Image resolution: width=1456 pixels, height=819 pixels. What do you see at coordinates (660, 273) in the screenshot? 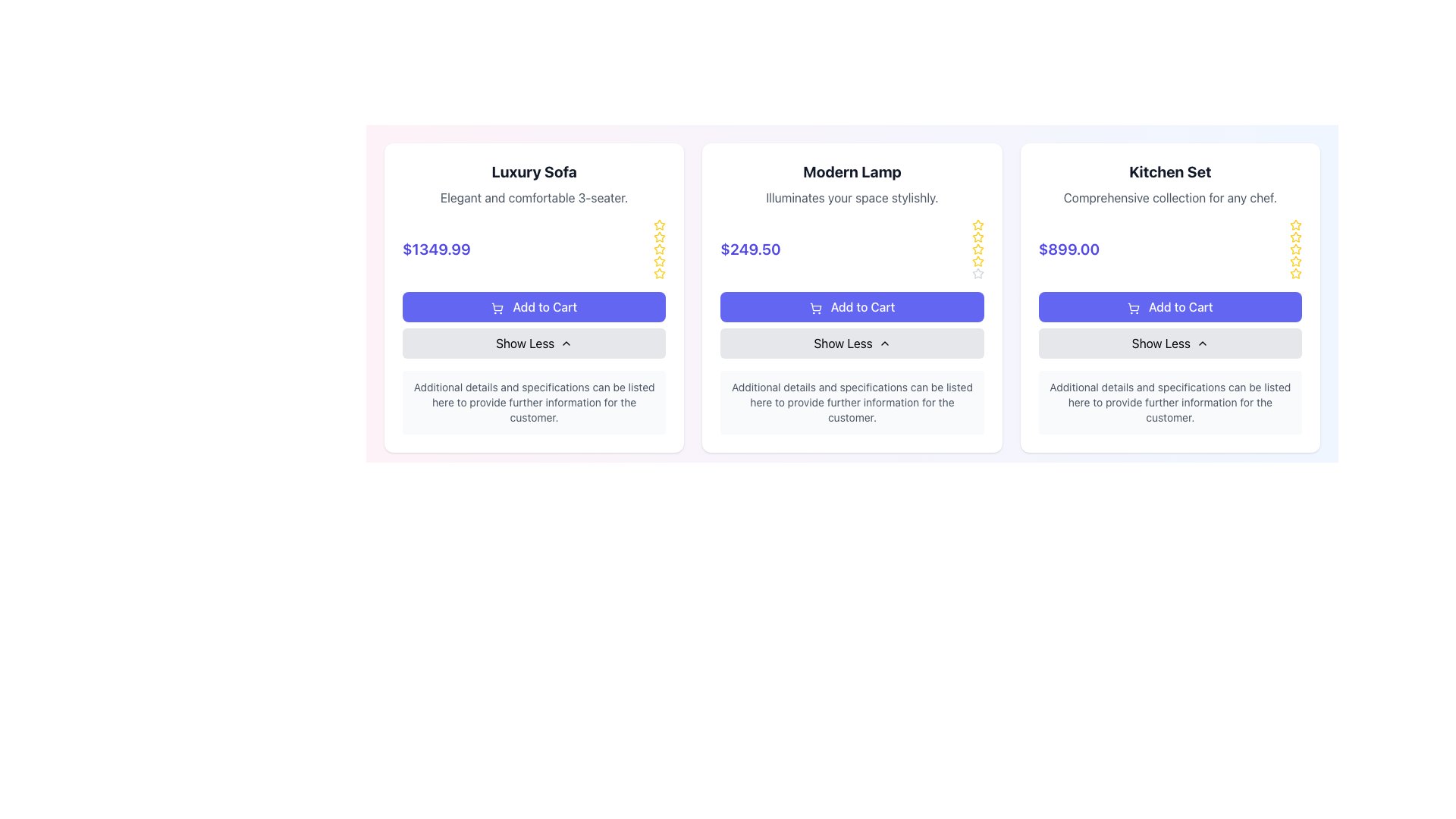
I see `the fifth star icon in the rating group for the 'Luxury Sofa' card, which is a yellow star indicating rating` at bounding box center [660, 273].